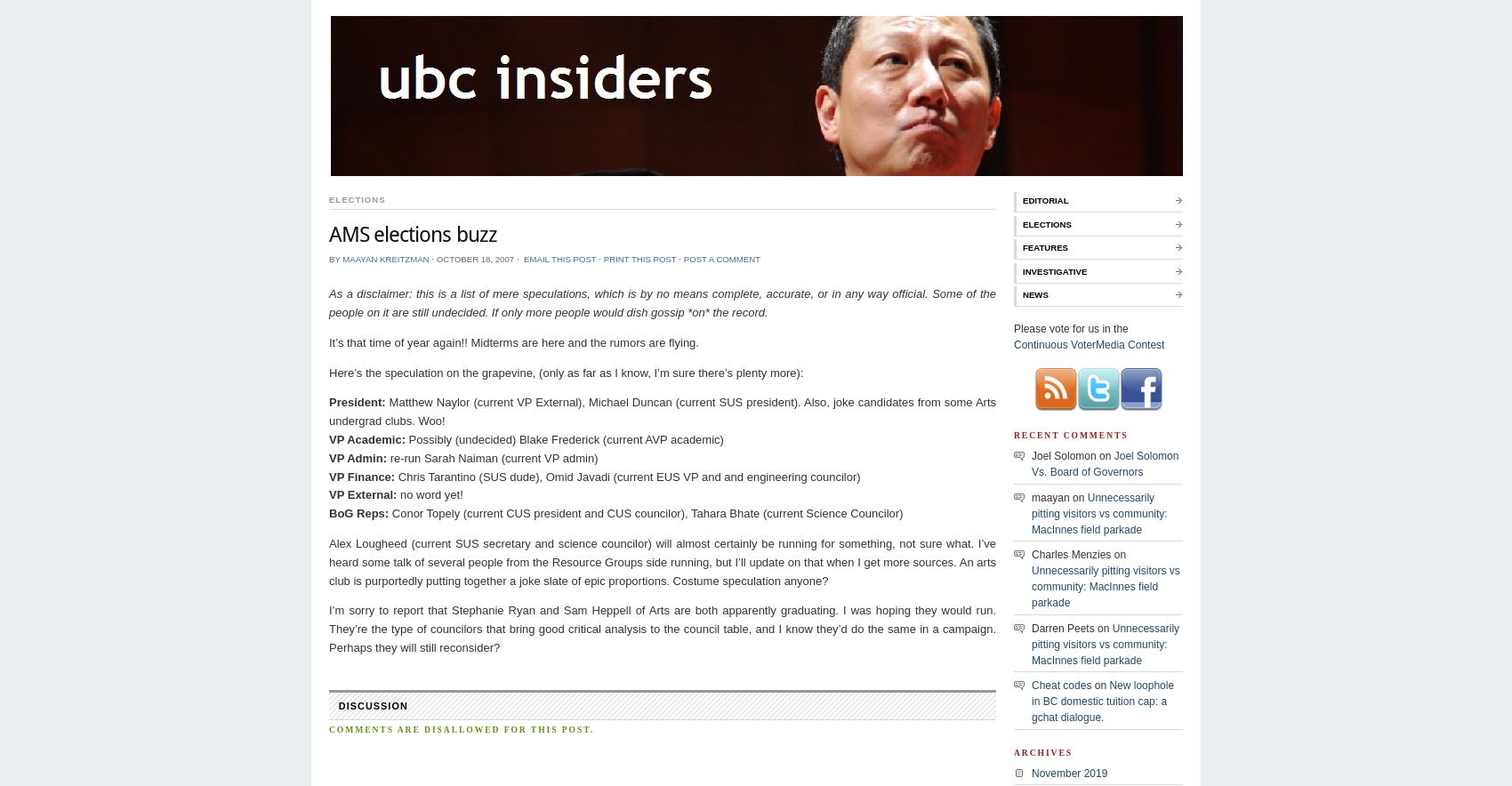  I want to click on 'October 18, 2007', so click(473, 257).